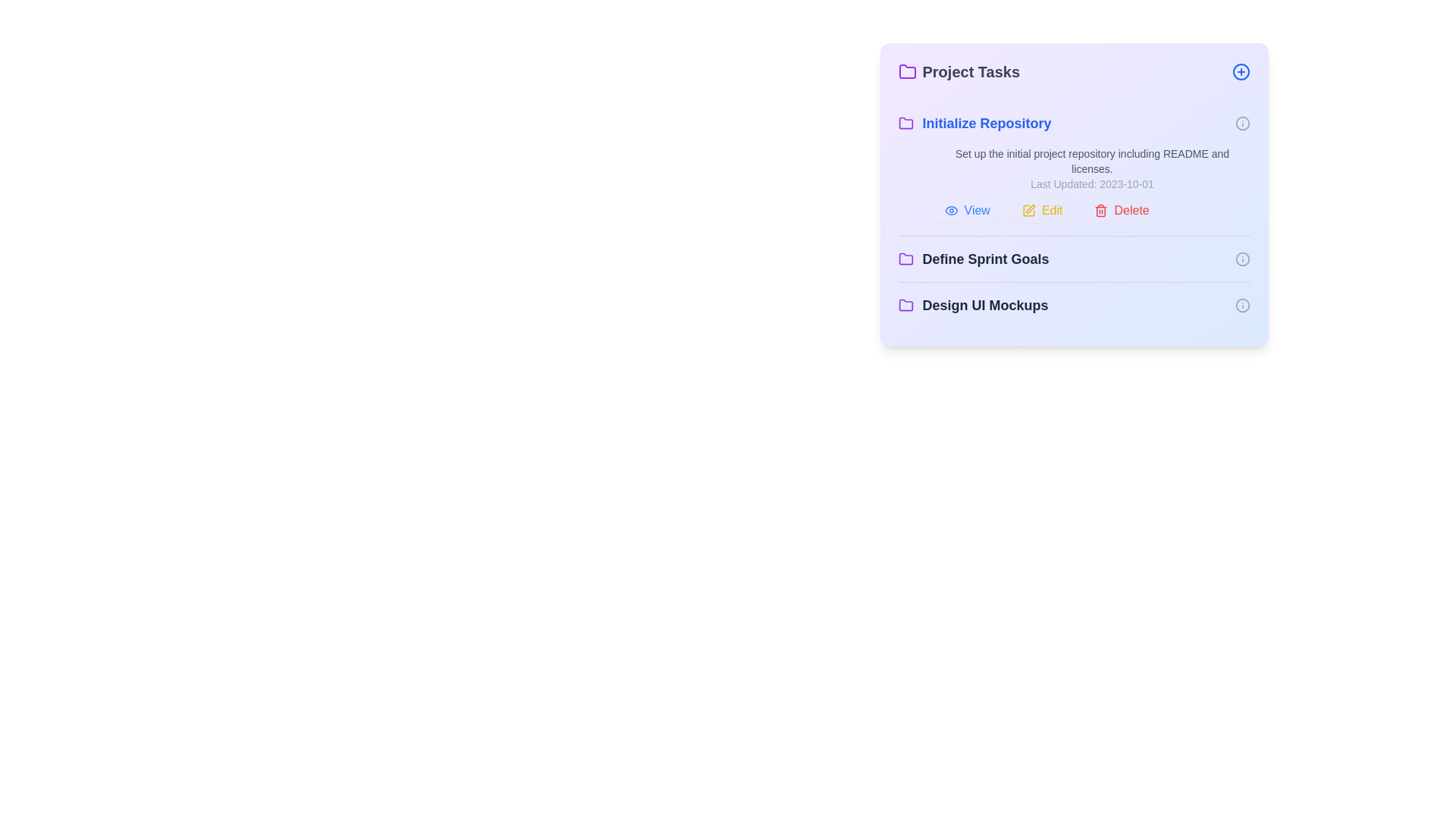  Describe the element at coordinates (1242, 305) in the screenshot. I see `the information icon located at the rightmost side of the row containing 'Design UI Mockups'` at that location.